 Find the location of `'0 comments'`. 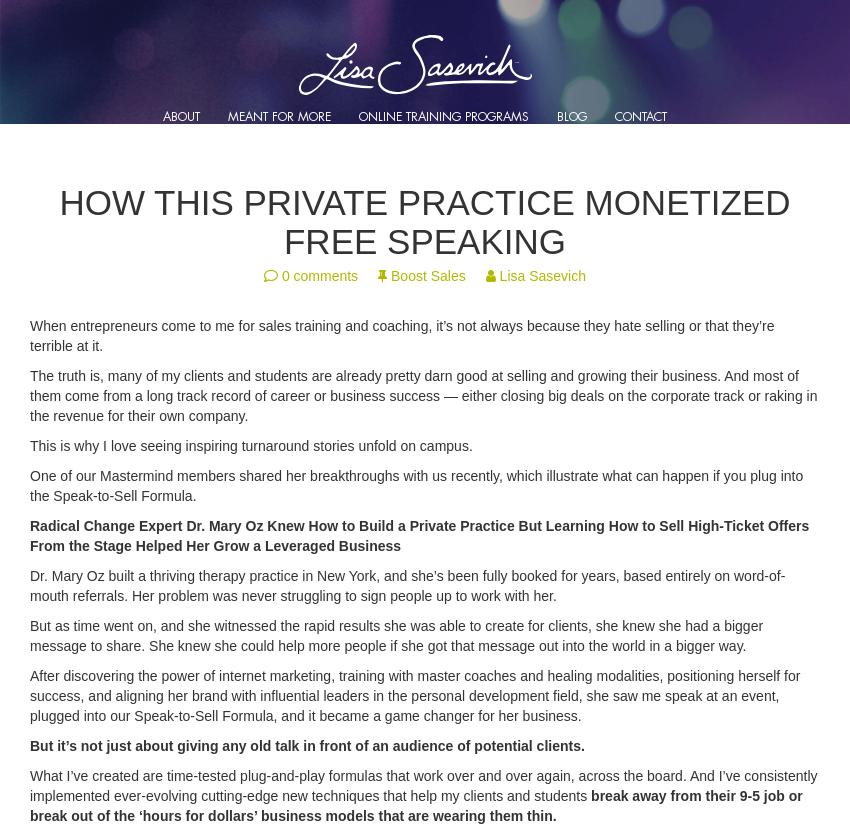

'0 comments' is located at coordinates (319, 275).